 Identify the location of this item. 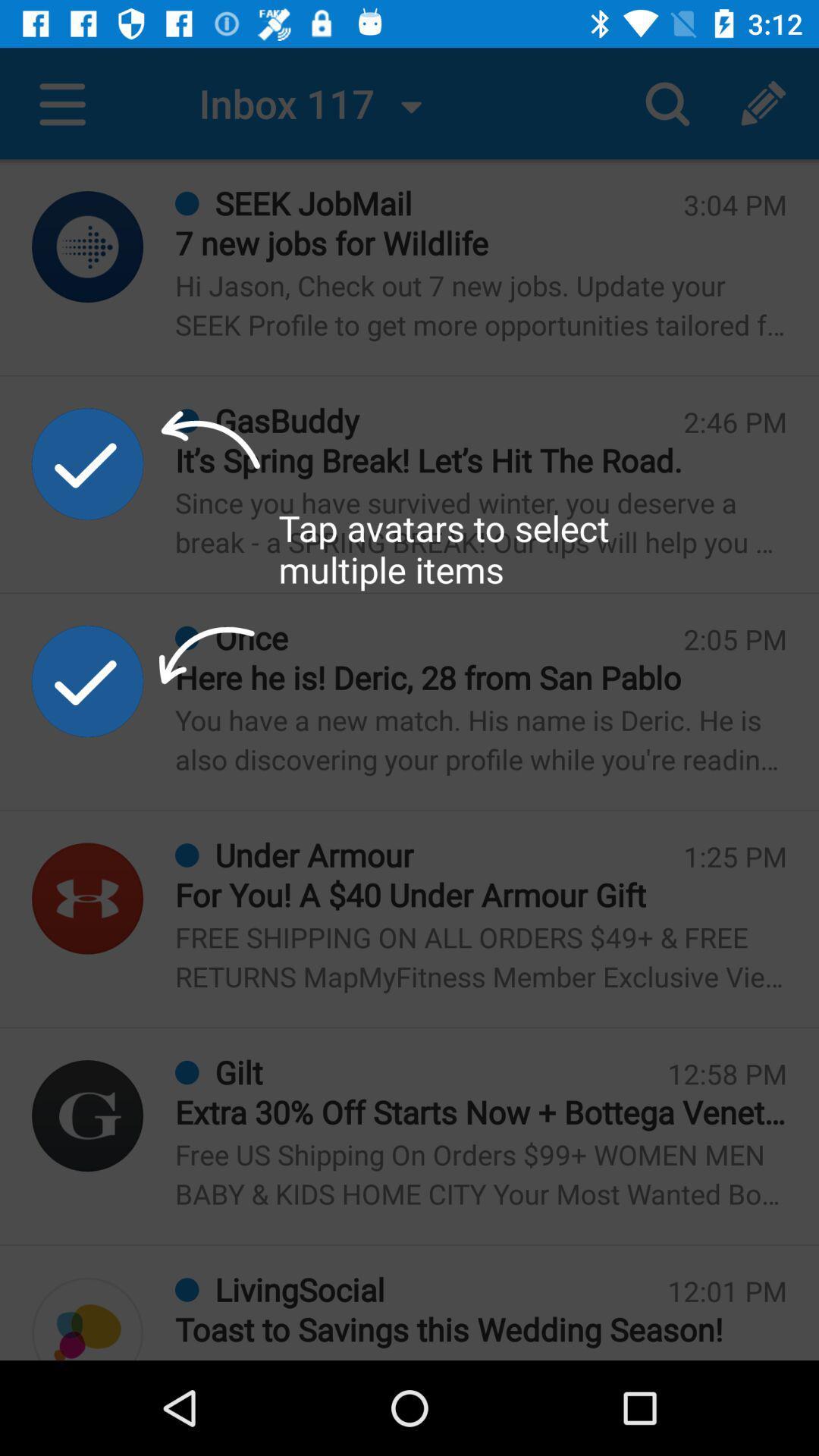
(87, 680).